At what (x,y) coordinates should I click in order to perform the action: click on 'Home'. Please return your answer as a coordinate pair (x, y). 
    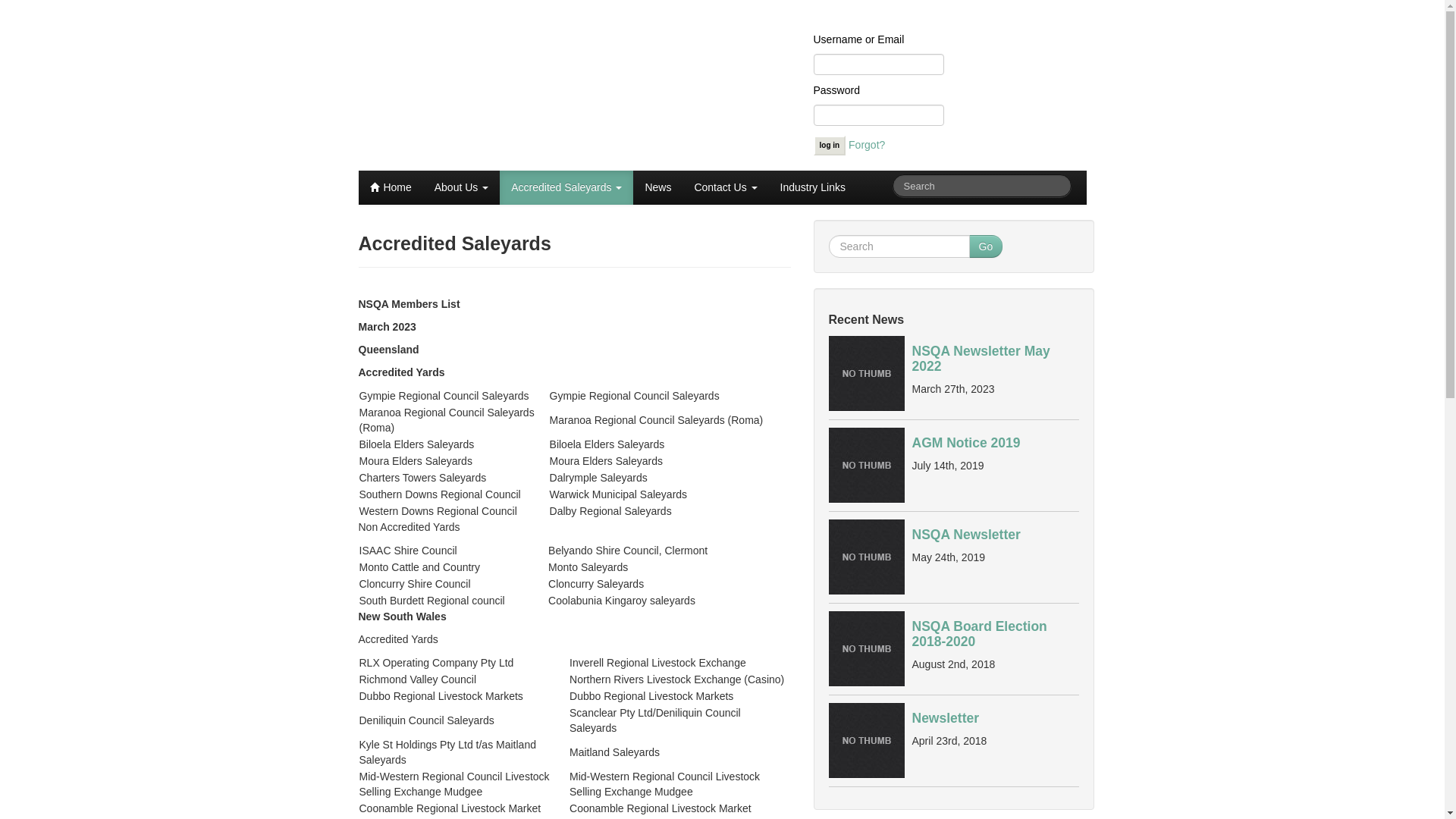
    Looking at the image, I should click on (390, 187).